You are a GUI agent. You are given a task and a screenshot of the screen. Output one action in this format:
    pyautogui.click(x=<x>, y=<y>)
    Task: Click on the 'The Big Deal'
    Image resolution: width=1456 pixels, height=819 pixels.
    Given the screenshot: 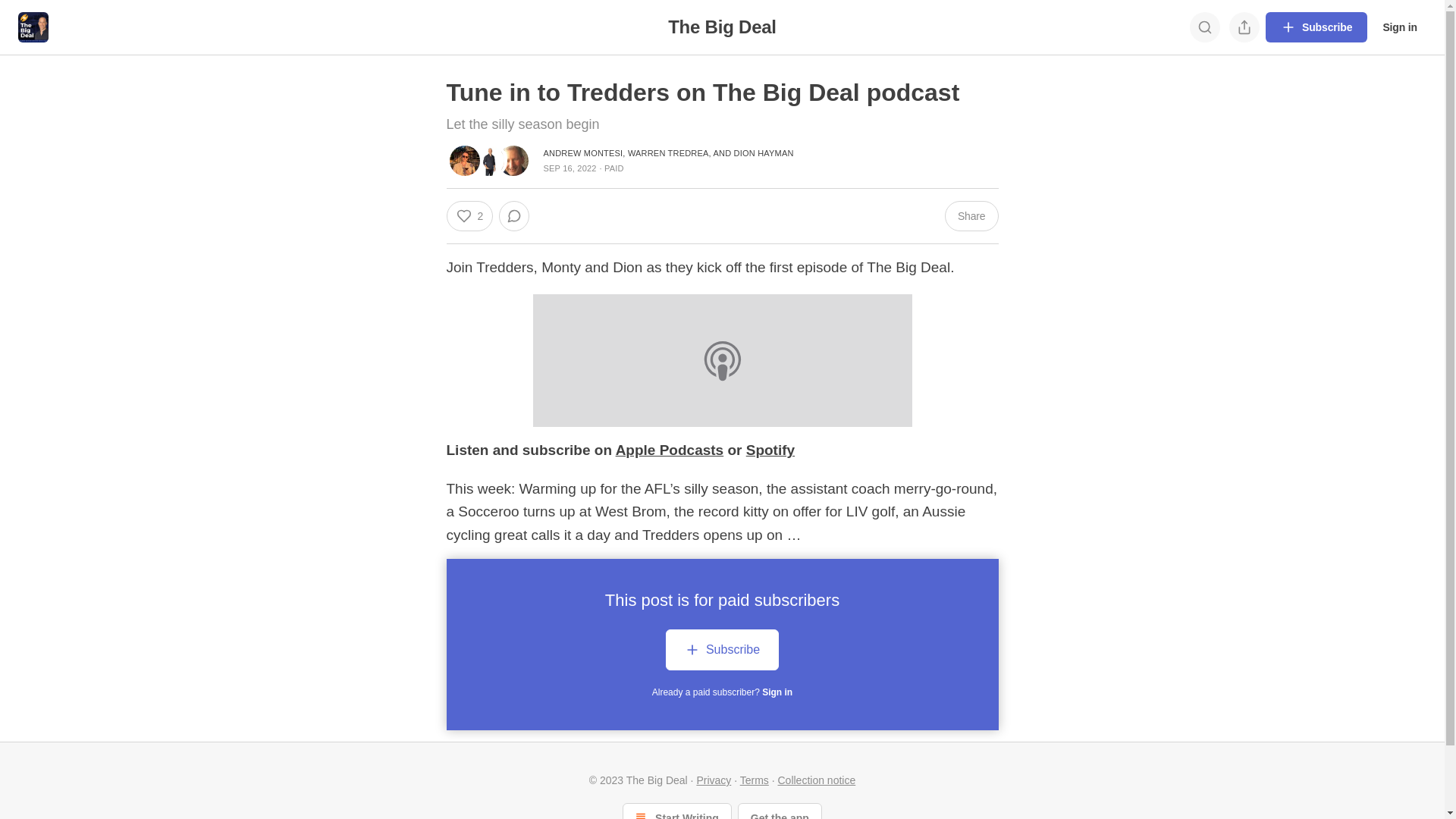 What is the action you would take?
    pyautogui.click(x=721, y=27)
    